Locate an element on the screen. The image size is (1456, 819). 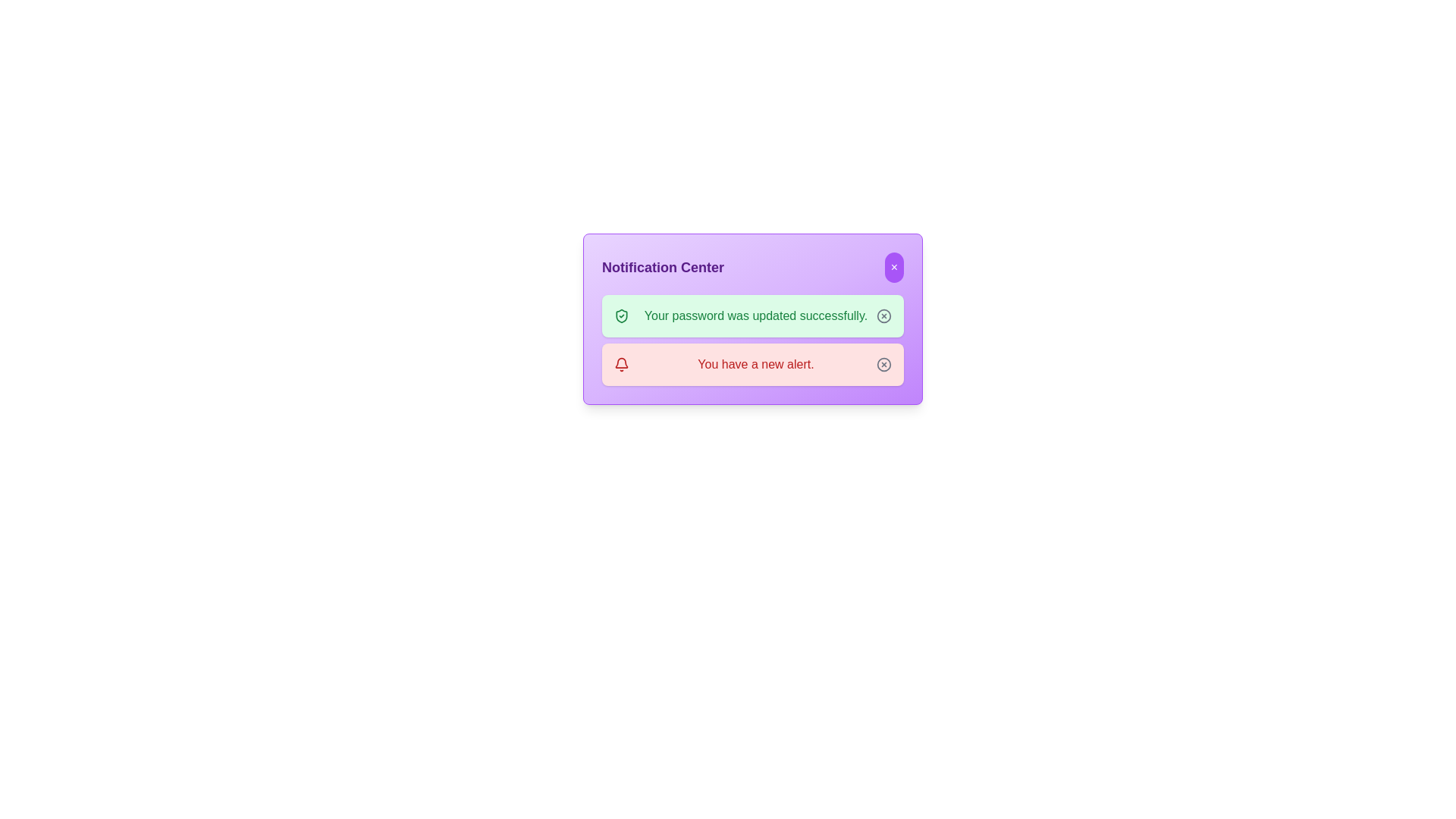
the notification box with a red background that contains a bell icon and a dismissal 'X' button, which displays the message 'You have a new alert.' is located at coordinates (753, 365).